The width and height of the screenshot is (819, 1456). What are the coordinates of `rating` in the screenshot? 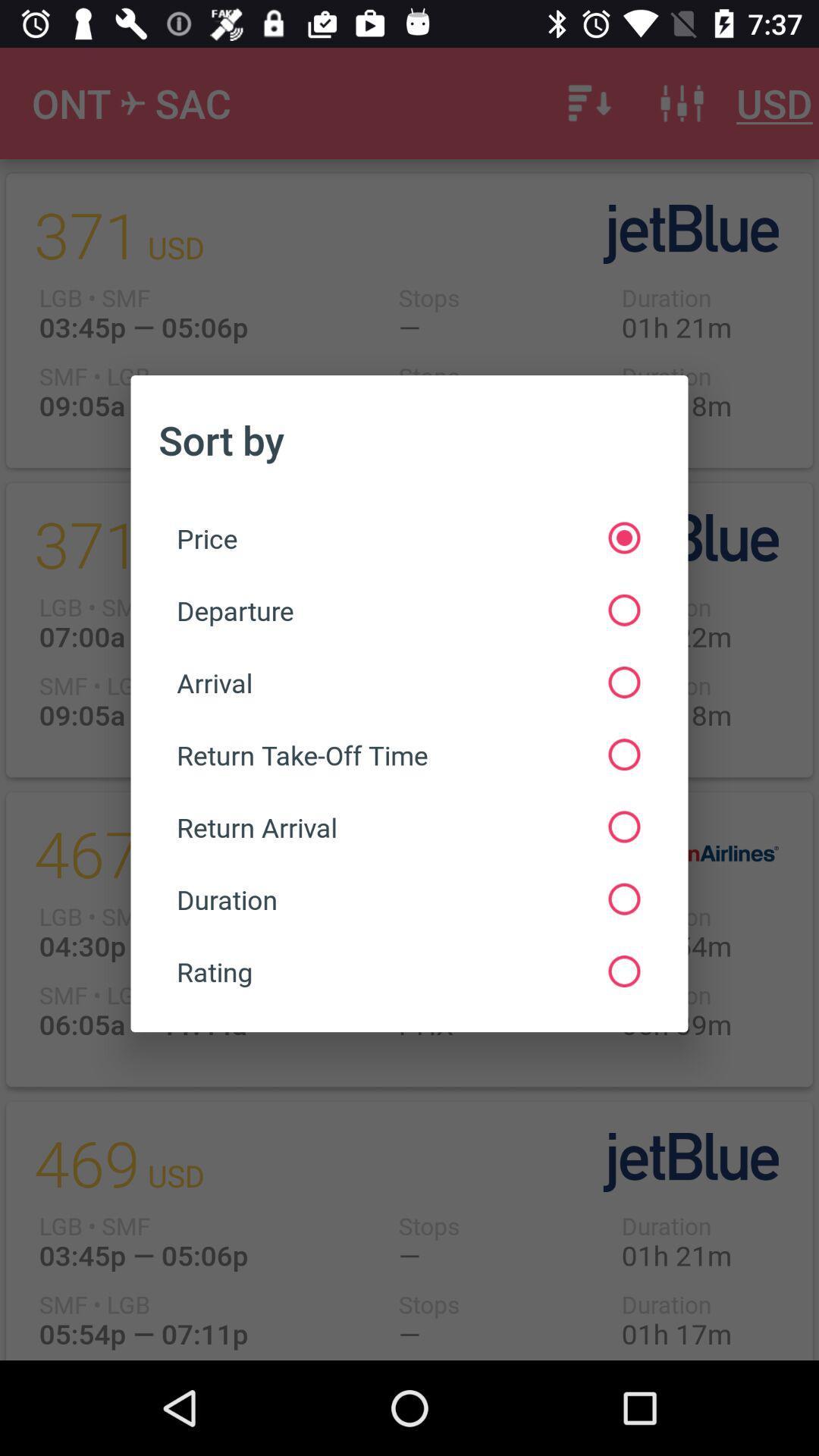 It's located at (407, 971).